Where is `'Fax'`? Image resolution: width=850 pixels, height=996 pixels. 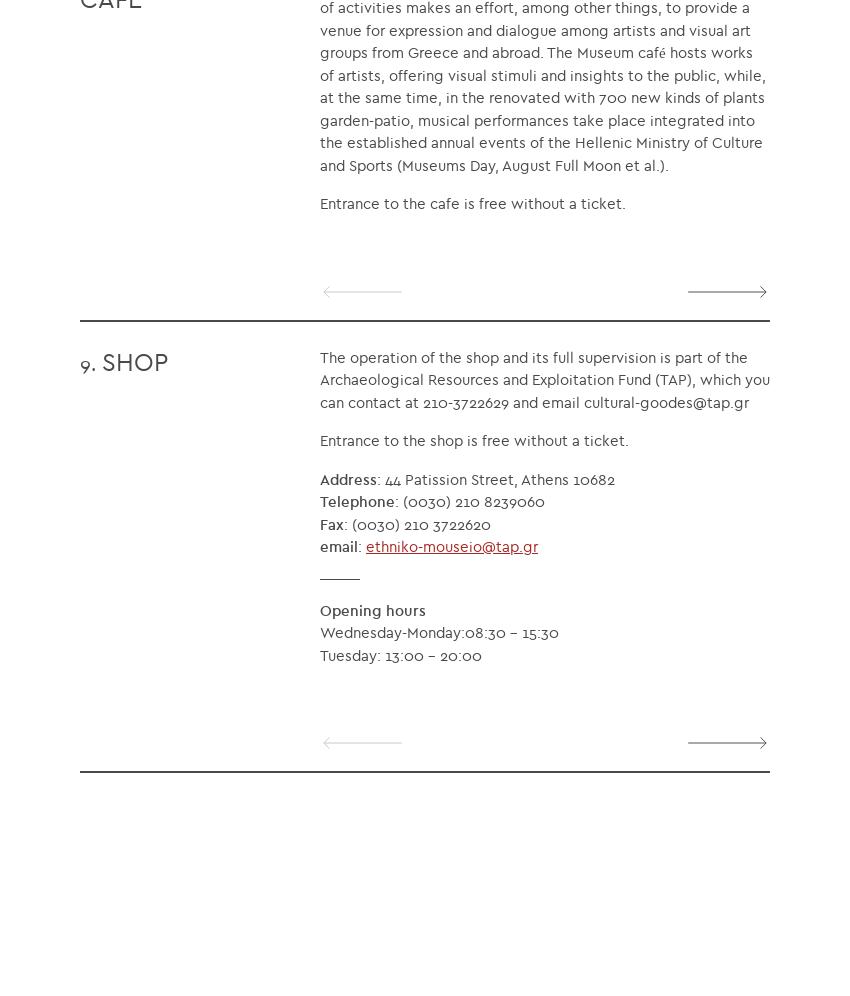 'Fax' is located at coordinates (332, 523).